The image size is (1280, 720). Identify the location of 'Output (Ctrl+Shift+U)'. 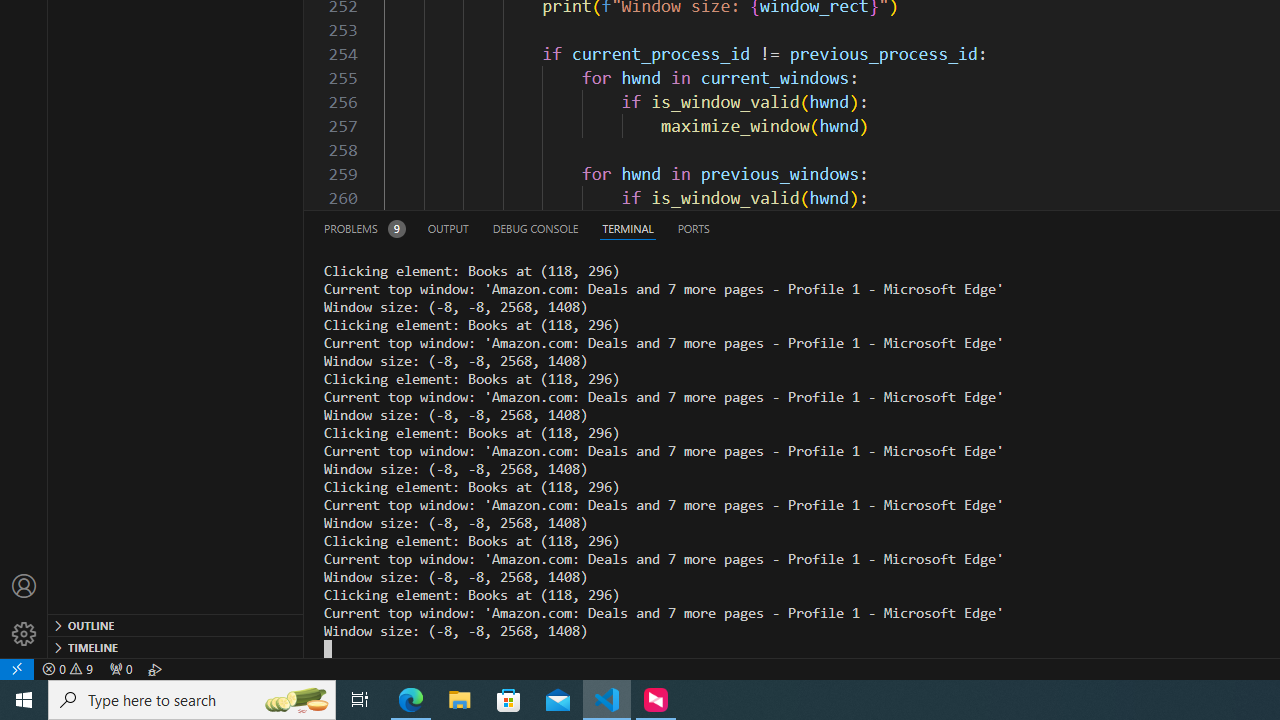
(447, 227).